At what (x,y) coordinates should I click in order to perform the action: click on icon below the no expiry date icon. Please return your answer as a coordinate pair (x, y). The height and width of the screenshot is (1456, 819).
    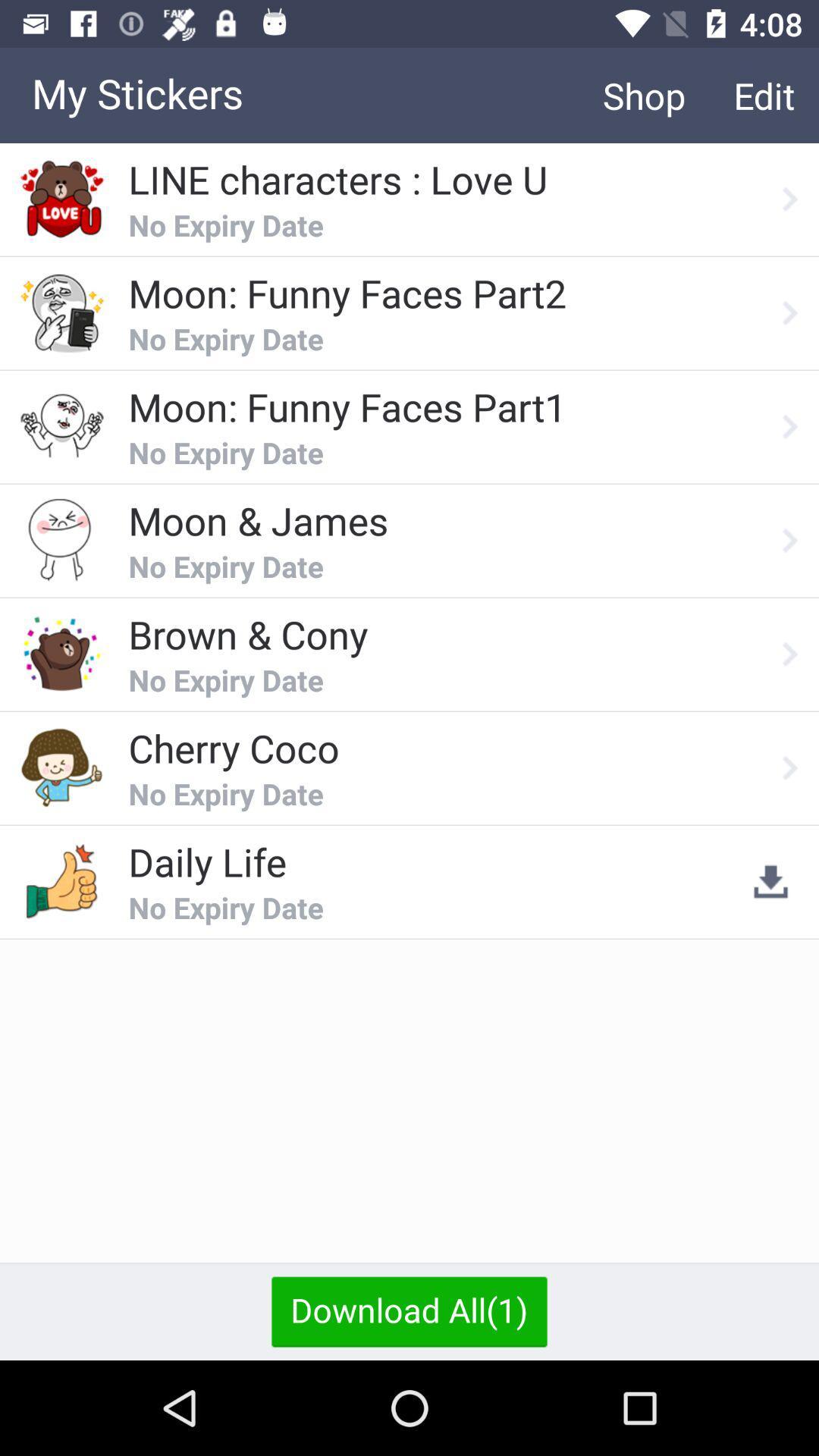
    Looking at the image, I should click on (409, 1310).